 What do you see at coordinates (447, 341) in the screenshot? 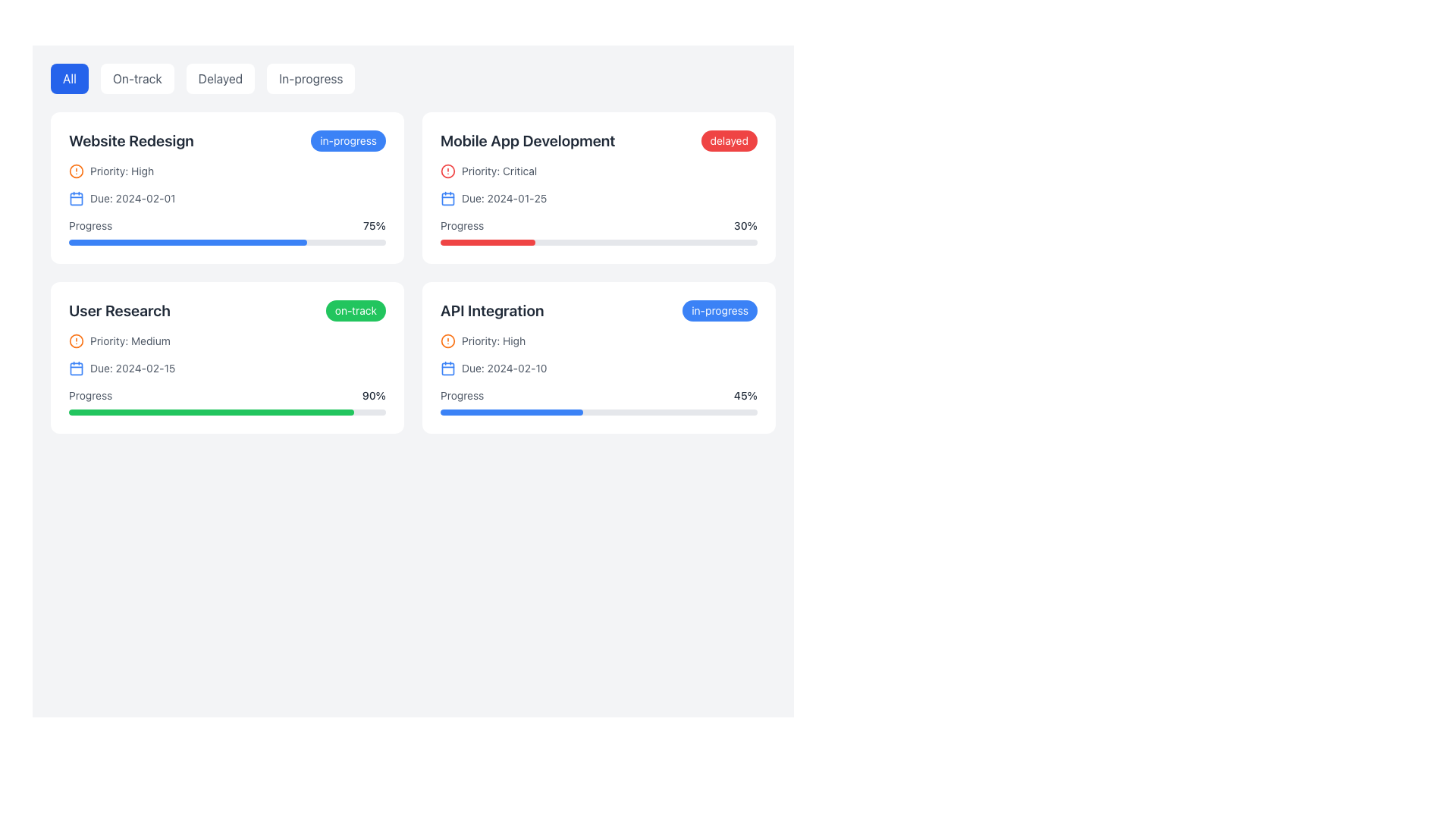
I see `the high priority status icon located in the 'Priority: High' label of the 'API Integration' card in the bottom-right corner of the interface` at bounding box center [447, 341].